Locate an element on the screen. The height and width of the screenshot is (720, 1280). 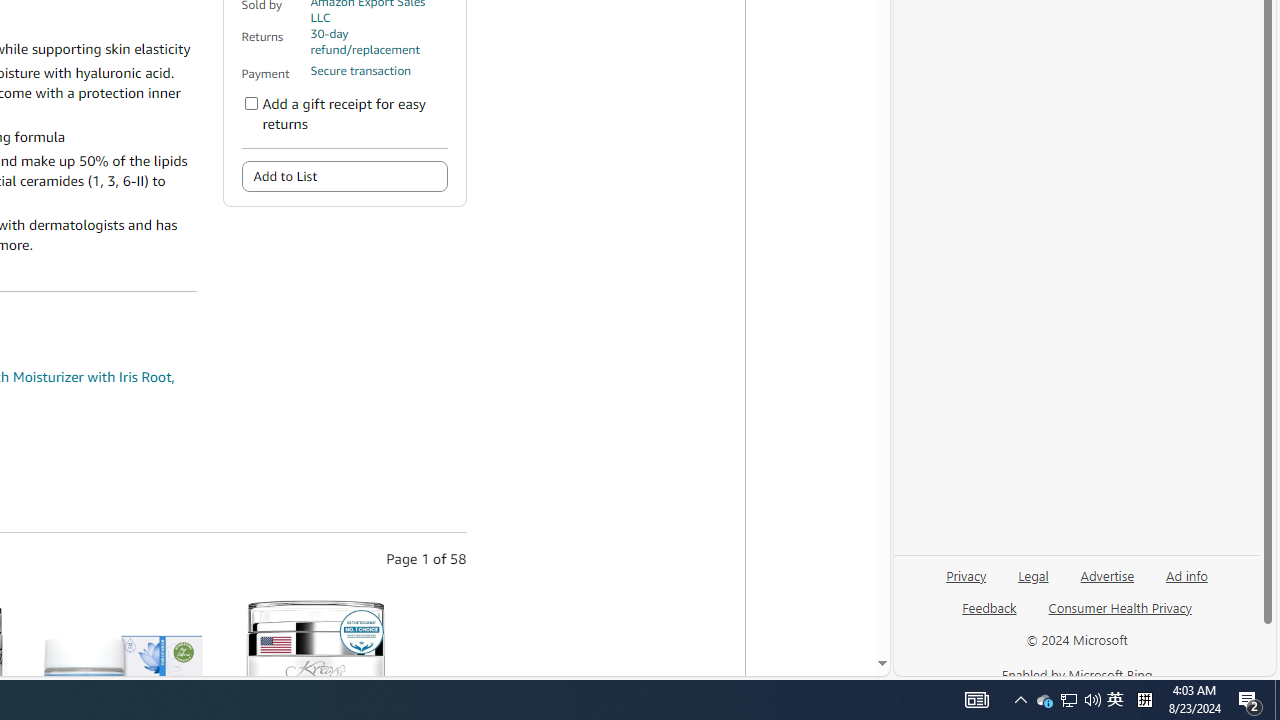
'Add to List' is located at coordinates (344, 175).